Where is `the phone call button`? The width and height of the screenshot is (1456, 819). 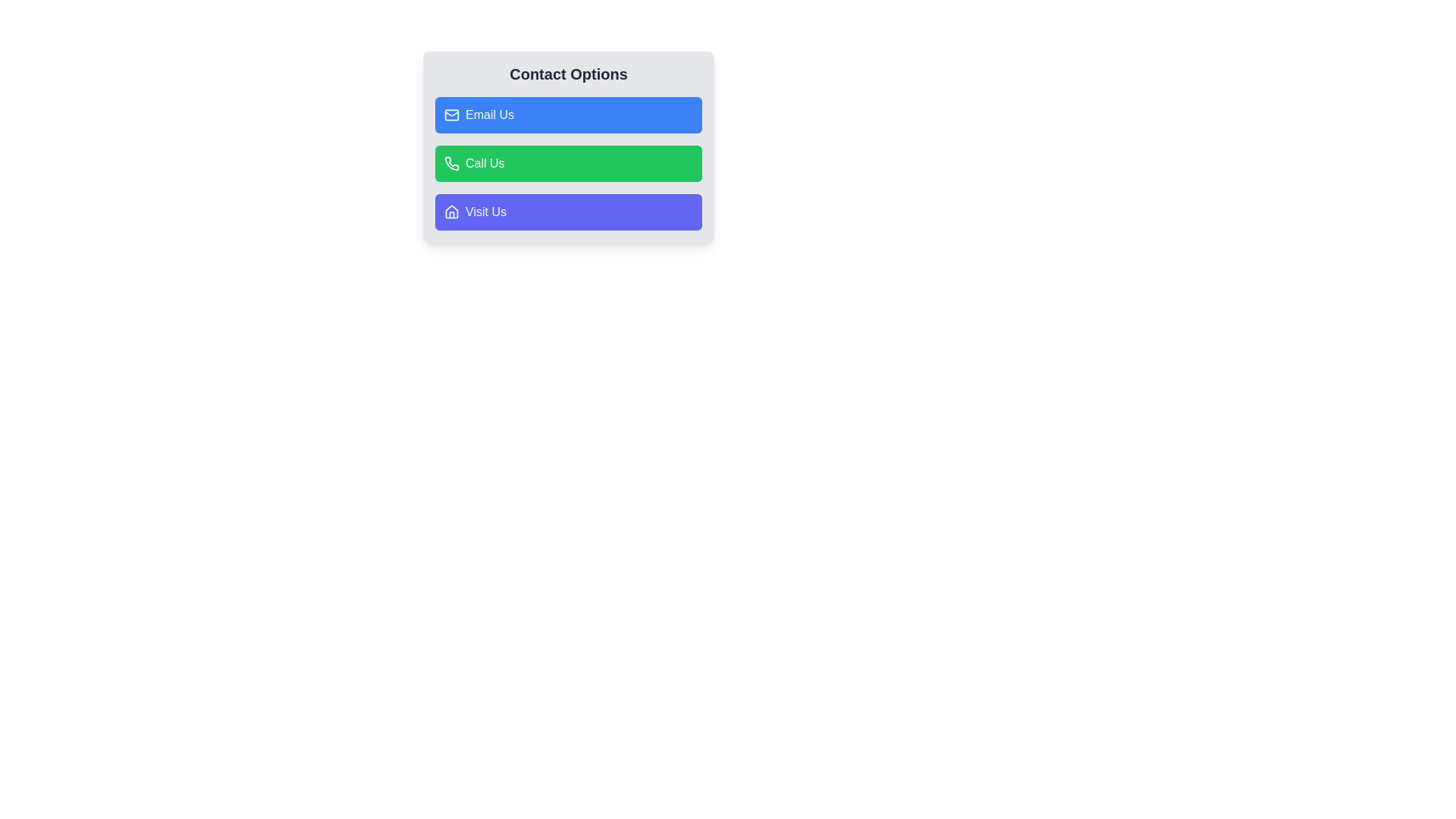
the phone call button is located at coordinates (567, 146).